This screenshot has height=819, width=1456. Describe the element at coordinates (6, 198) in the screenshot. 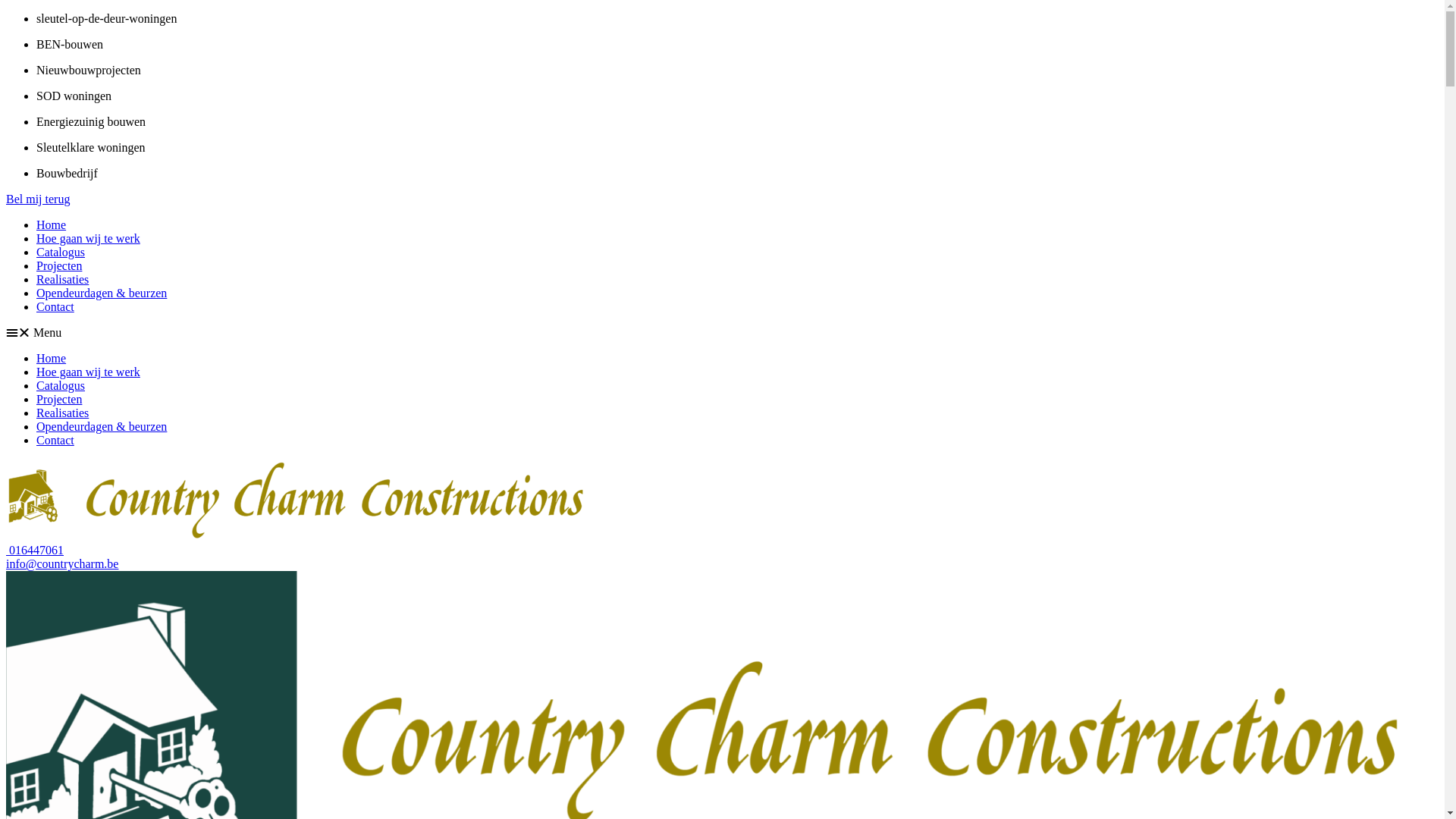

I see `'Bel mij terug'` at that location.